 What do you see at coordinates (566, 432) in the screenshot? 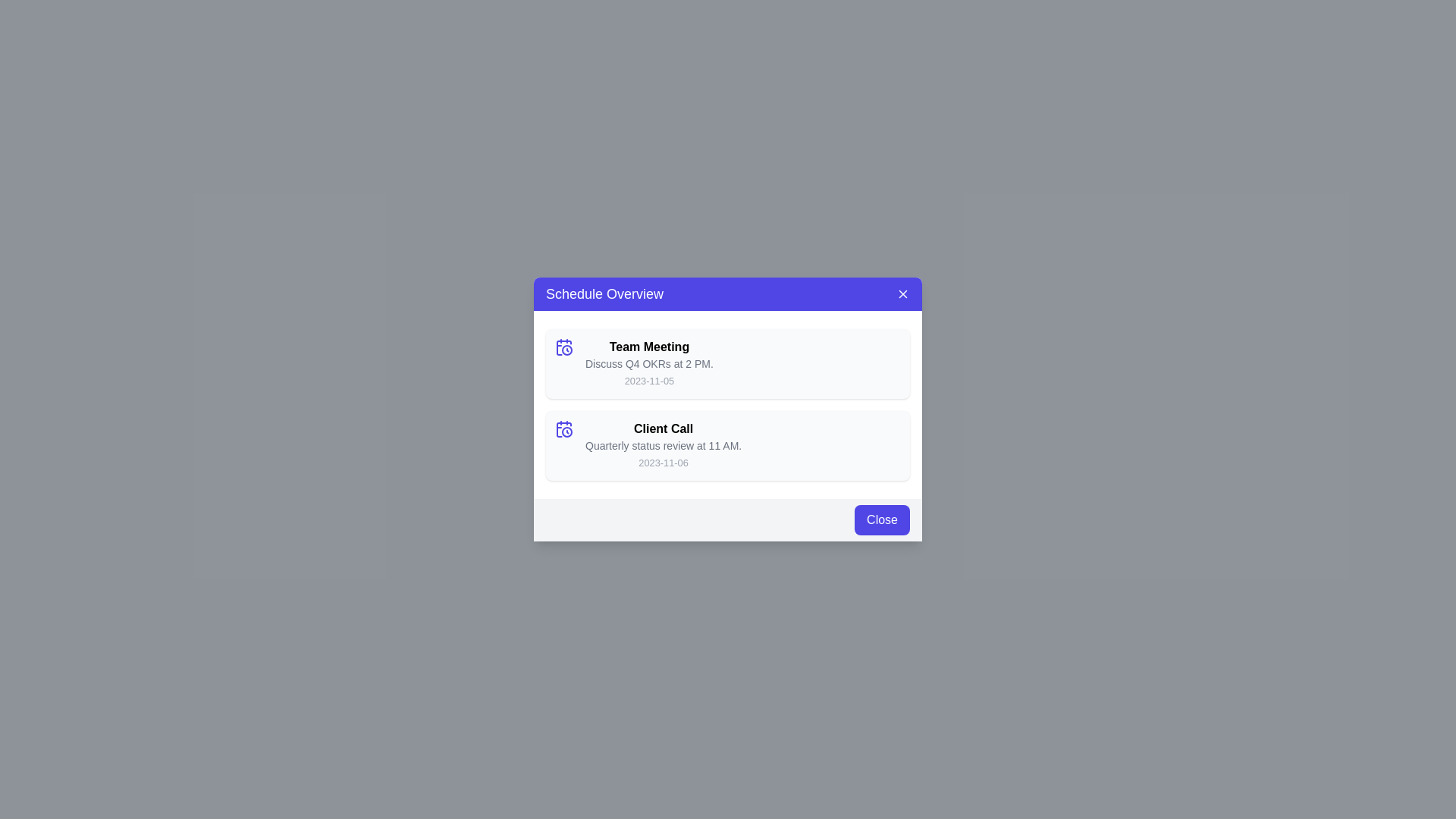
I see `the circular icon within the calendar clock icon that represents the clock's face, adjacent to the Client Call schedule text` at bounding box center [566, 432].